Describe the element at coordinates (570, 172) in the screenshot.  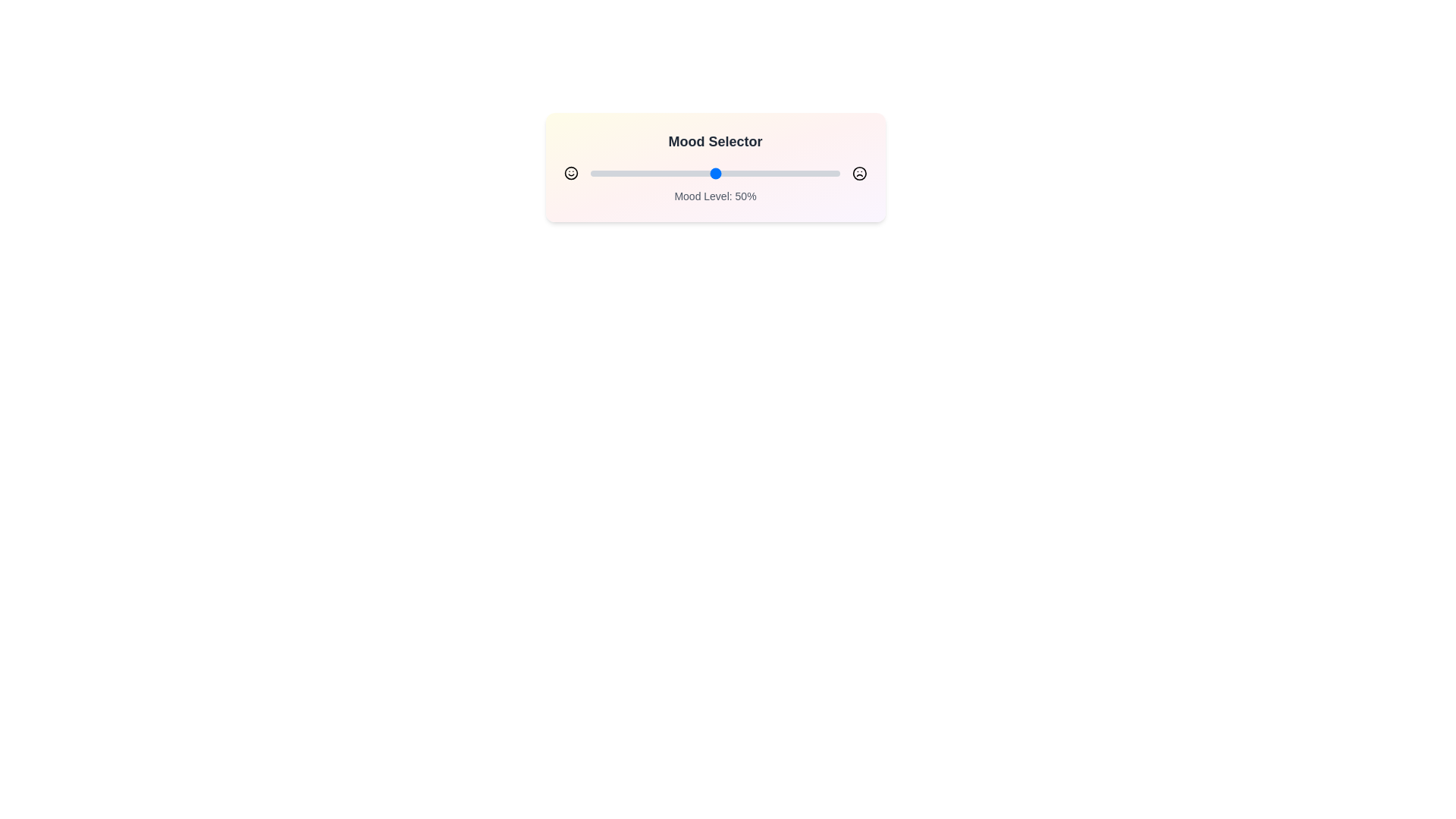
I see `the smiley face icon to interact with the Mood Selector component` at that location.